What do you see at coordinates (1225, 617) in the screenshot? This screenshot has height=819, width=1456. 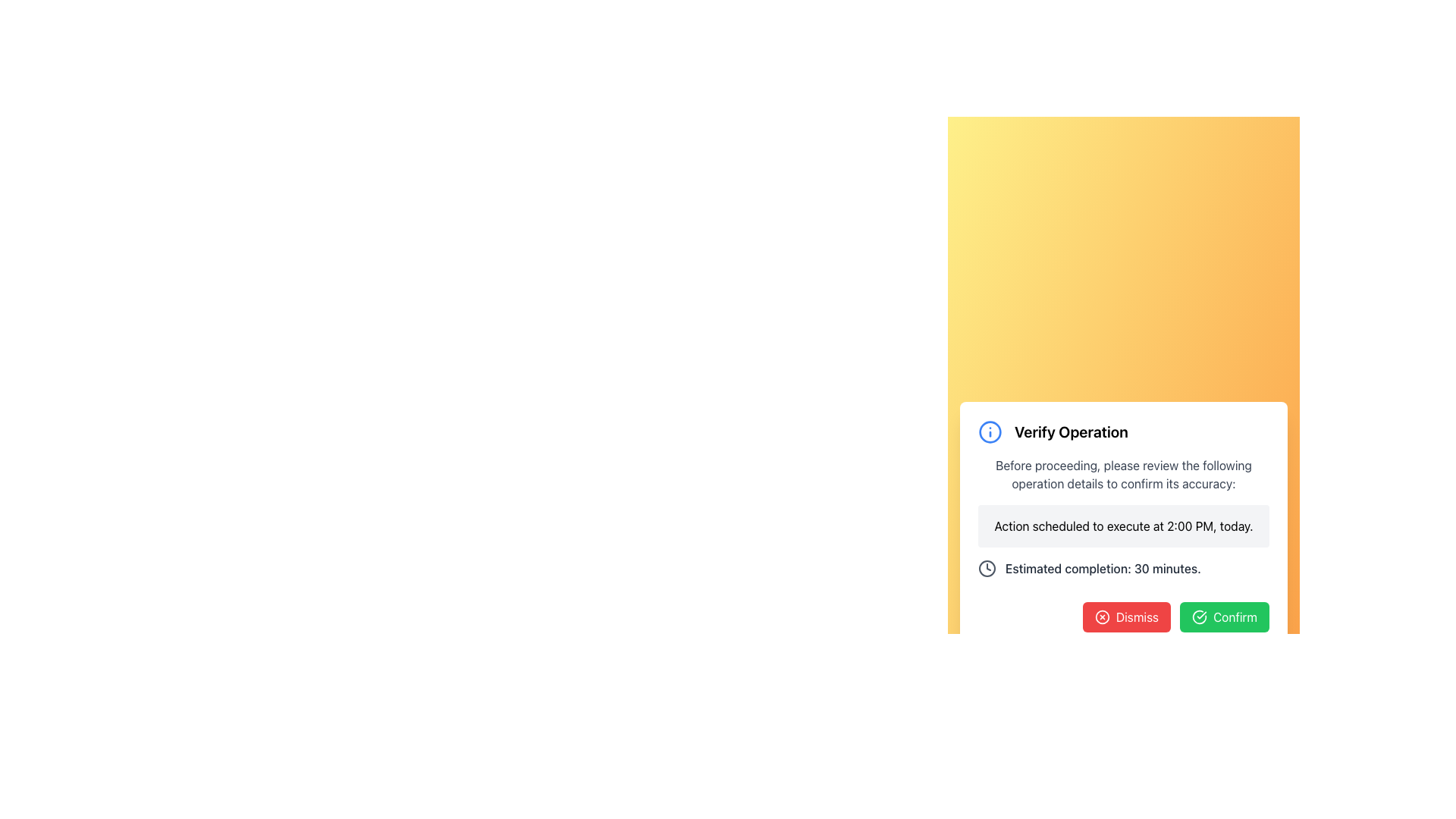 I see `the confirm button in the bottom-right section of the dialog box` at bounding box center [1225, 617].